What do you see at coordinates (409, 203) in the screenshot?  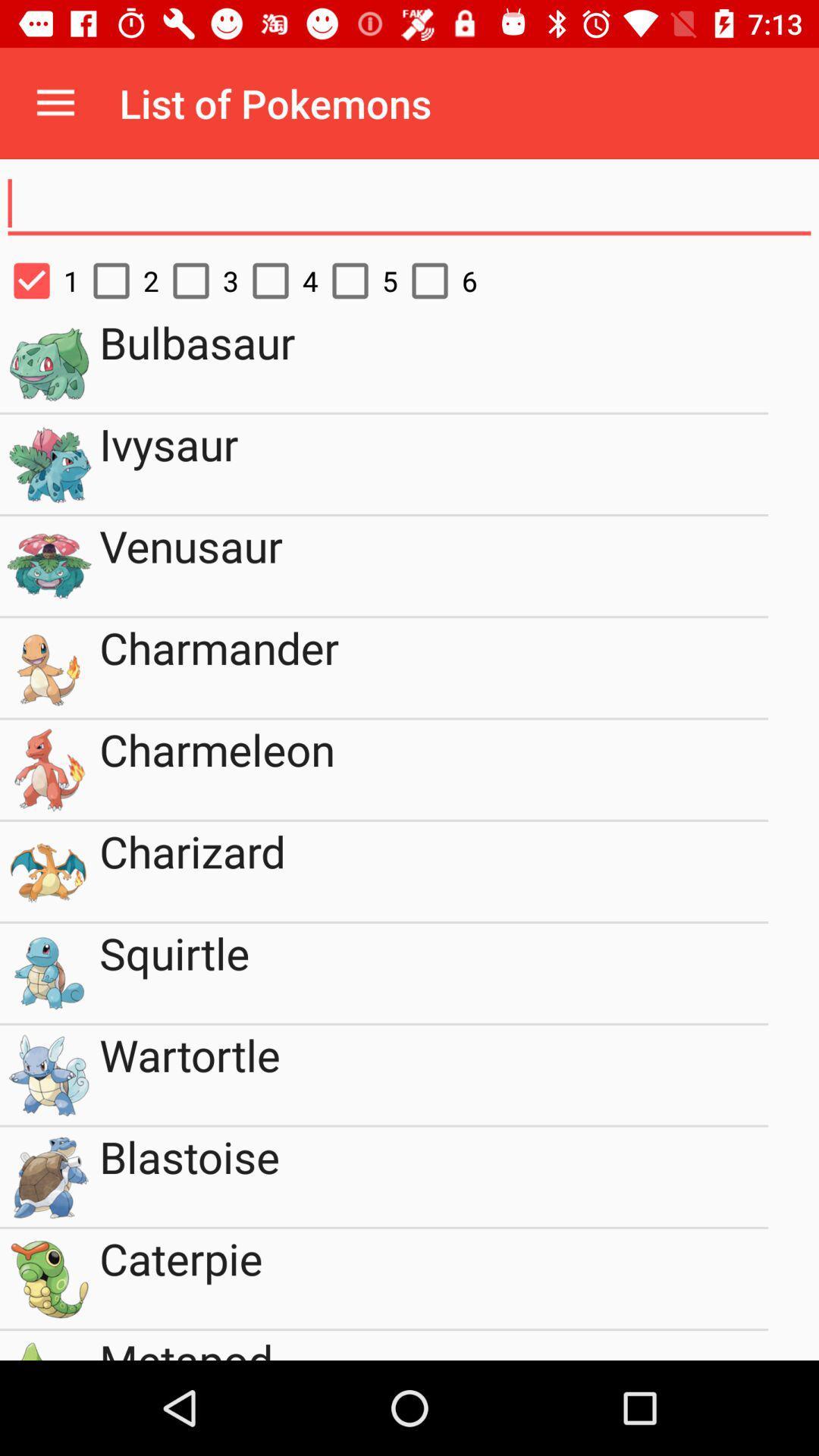 I see `type on top option` at bounding box center [409, 203].